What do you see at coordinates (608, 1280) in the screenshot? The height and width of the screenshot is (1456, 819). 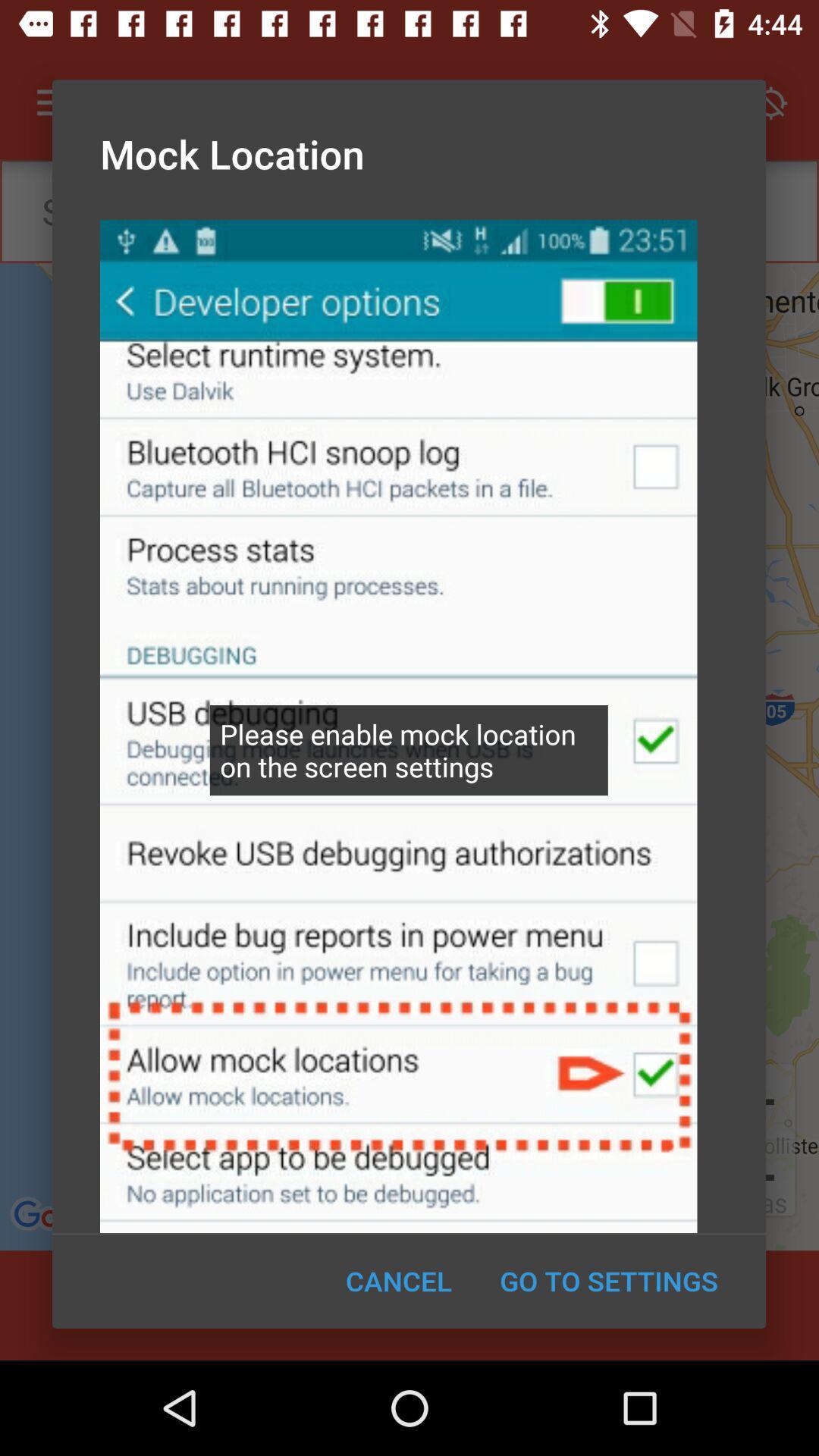 I see `the icon at the bottom right corner` at bounding box center [608, 1280].